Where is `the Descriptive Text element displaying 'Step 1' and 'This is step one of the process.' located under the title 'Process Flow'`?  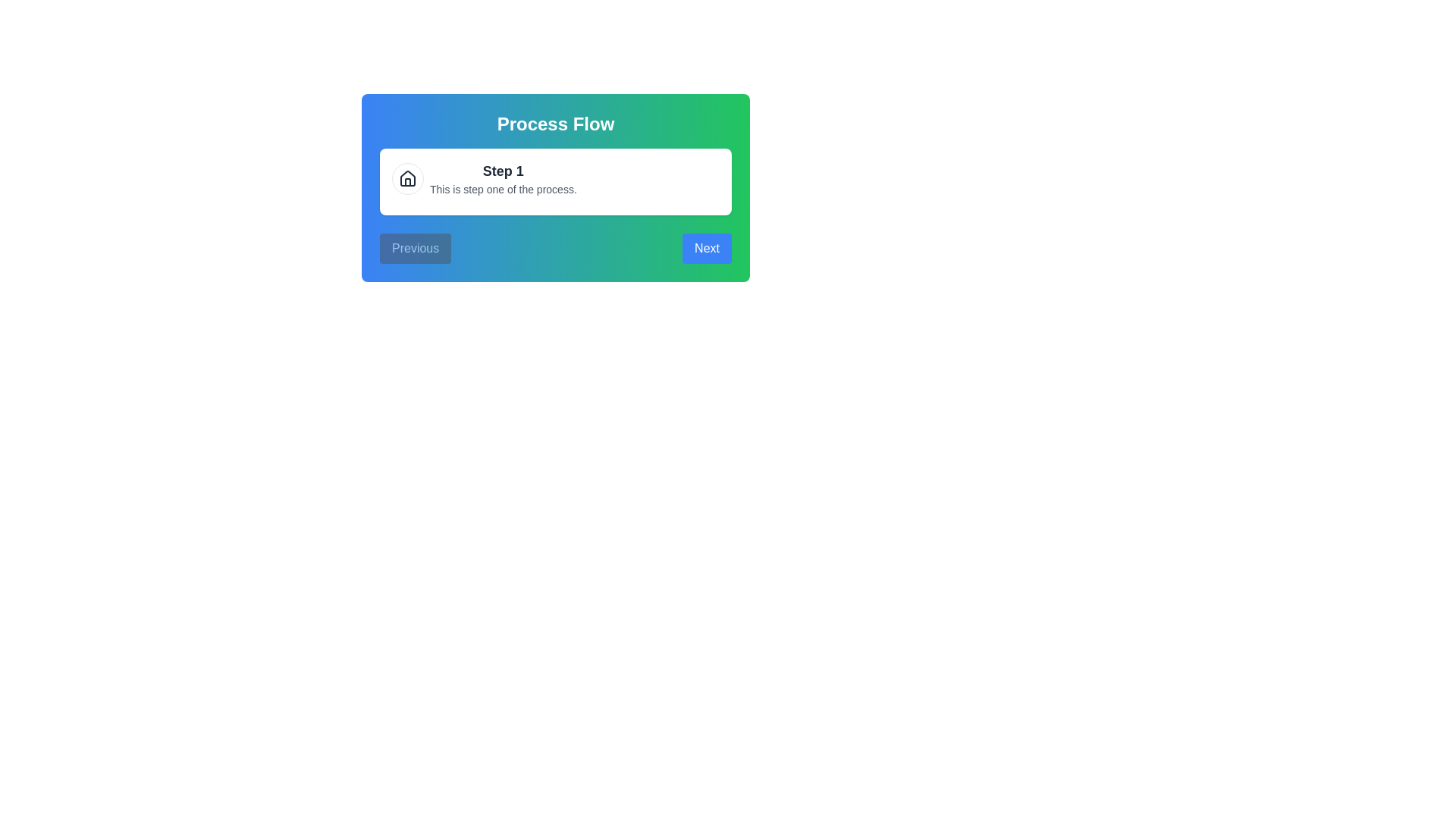 the Descriptive Text element displaying 'Step 1' and 'This is step one of the process.' located under the title 'Process Flow' is located at coordinates (503, 177).